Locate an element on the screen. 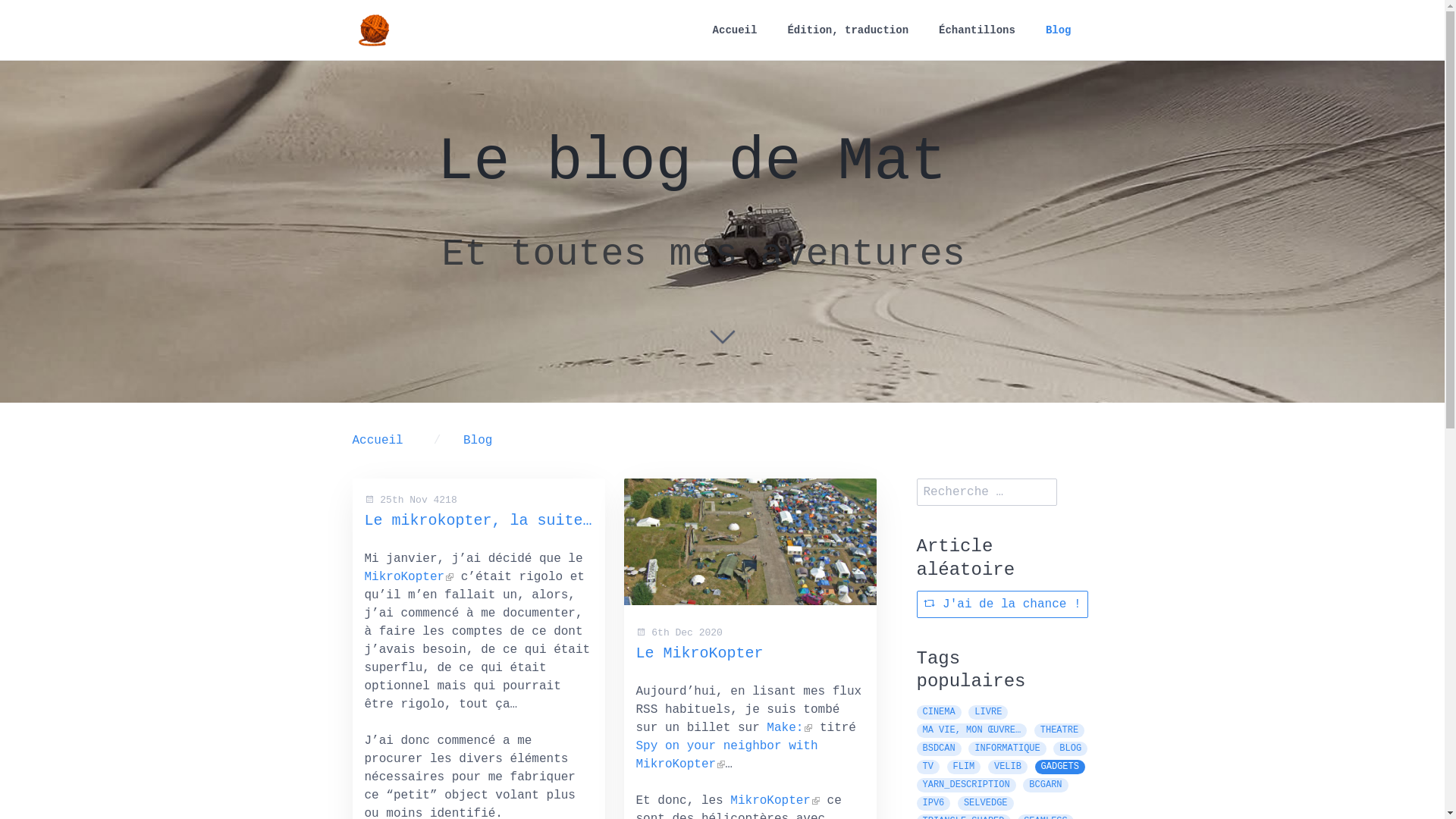 This screenshot has height=819, width=1456. 'VELIB' is located at coordinates (1008, 767).